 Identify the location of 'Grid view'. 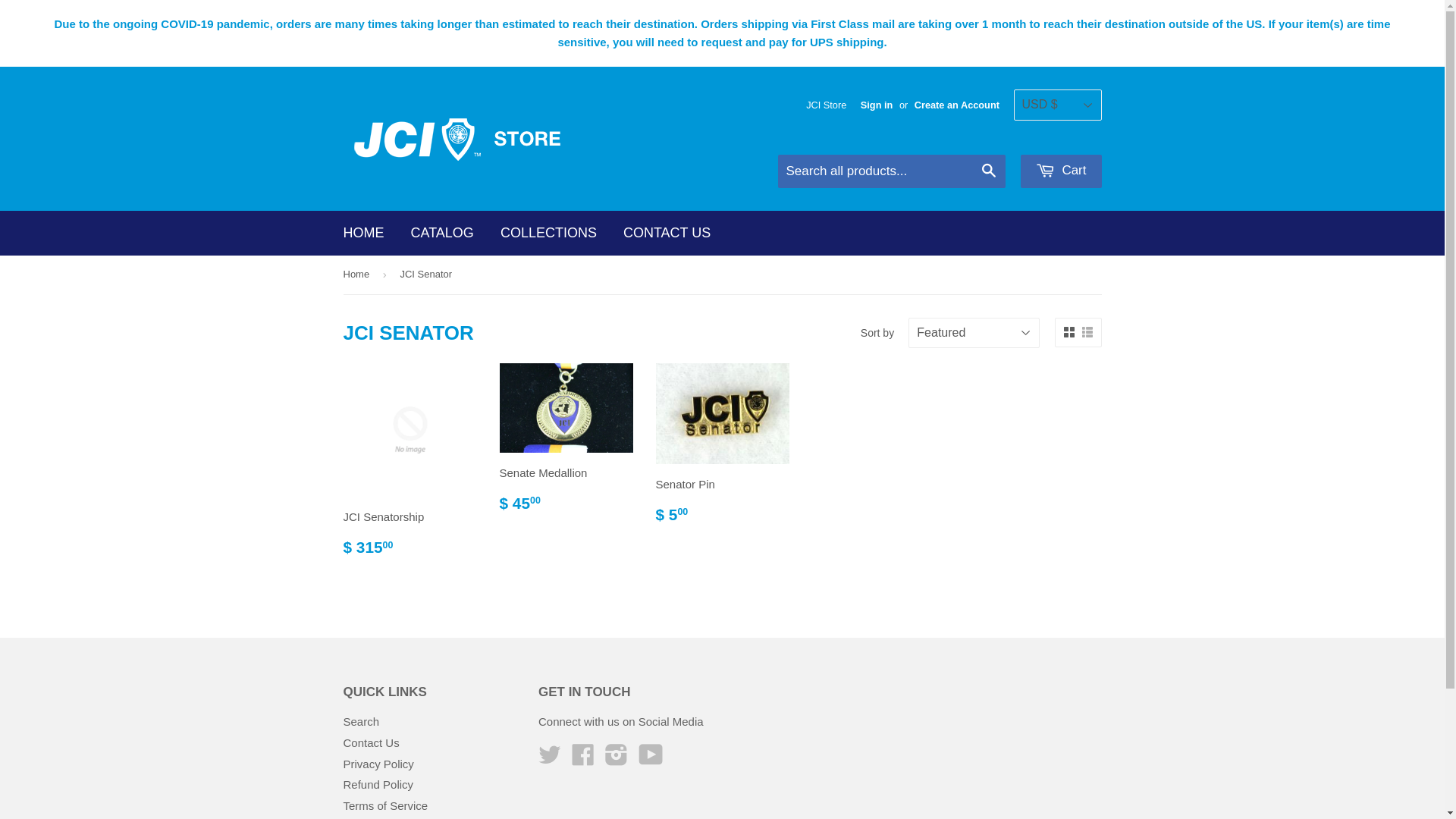
(1068, 331).